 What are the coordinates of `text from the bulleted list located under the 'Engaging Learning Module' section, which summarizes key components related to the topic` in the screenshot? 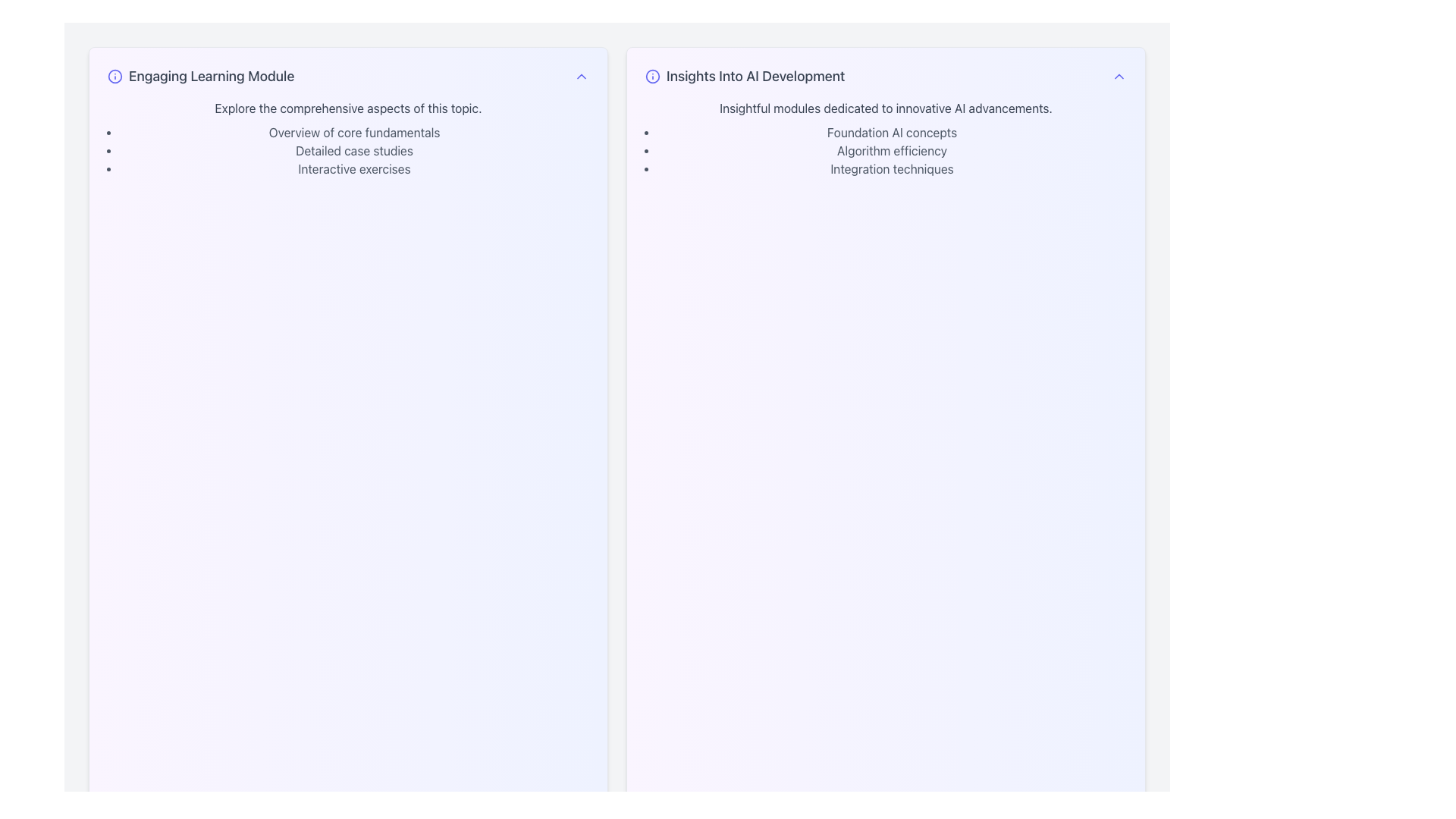 It's located at (353, 151).